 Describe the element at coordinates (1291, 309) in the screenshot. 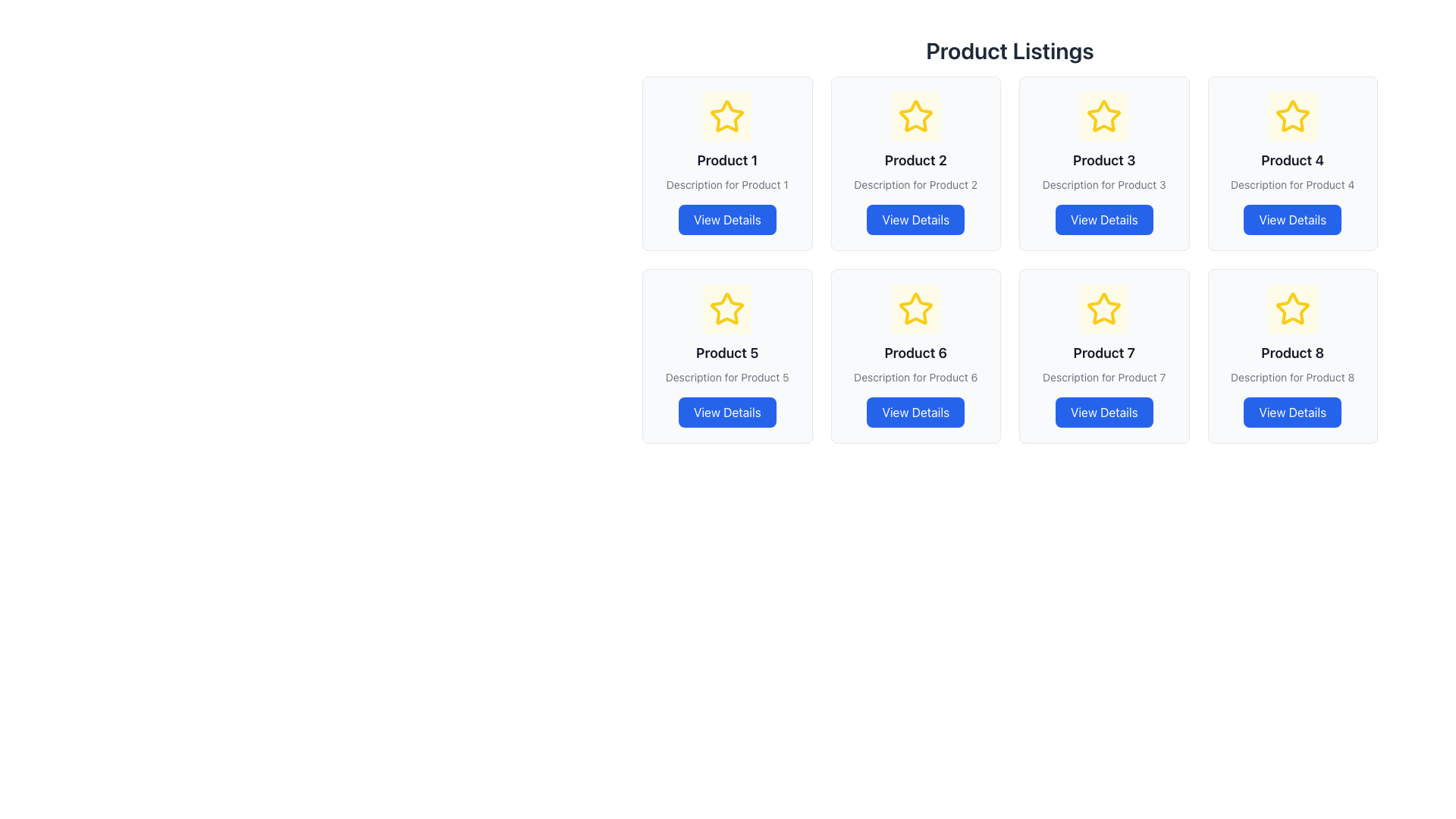

I see `the decorative star icon representing the rating feature of the 'Product 8' UI card, located at the top-center of the card, slightly above the text 'Product 8'` at that location.